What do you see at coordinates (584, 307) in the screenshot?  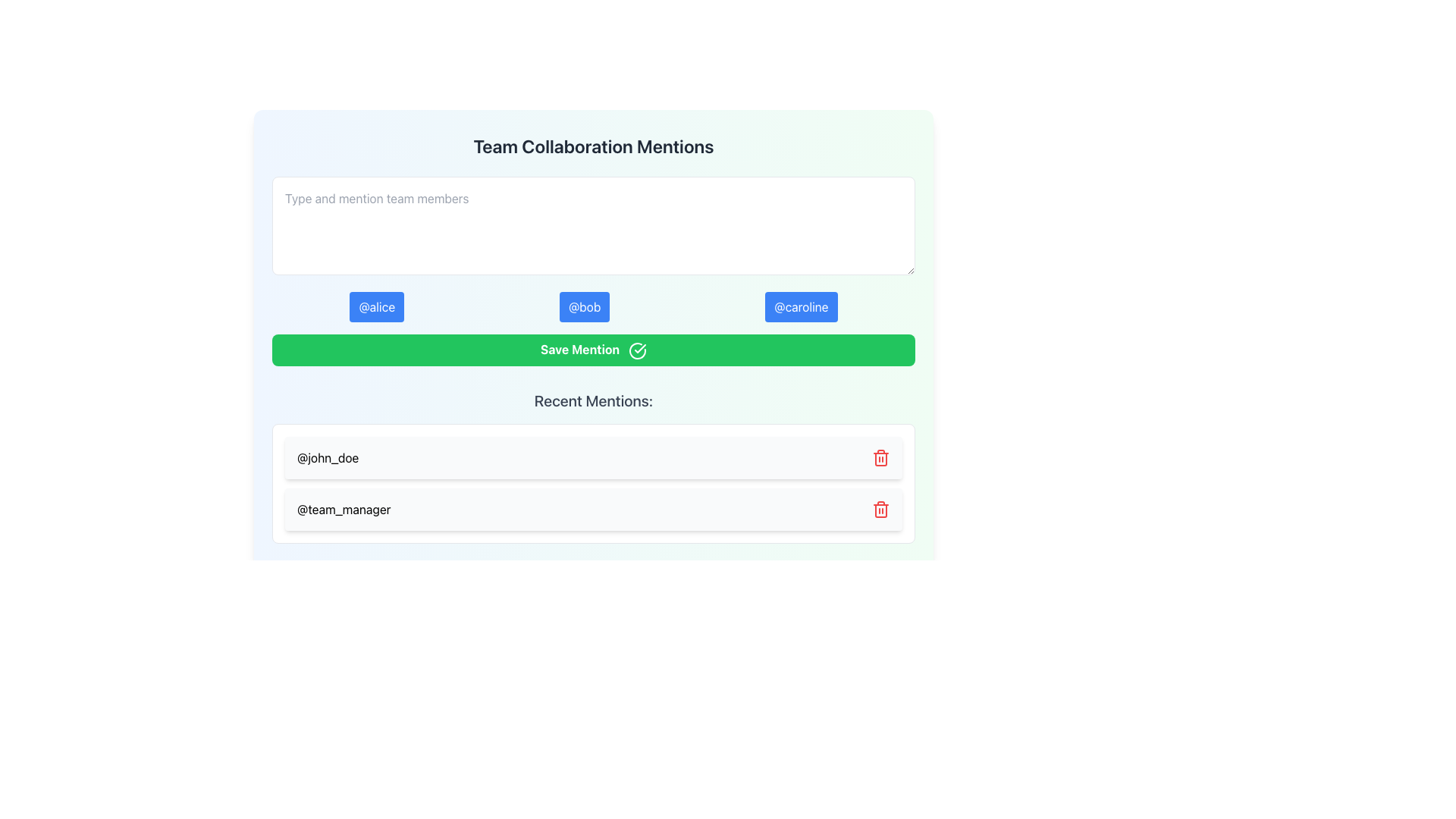 I see `the button for mentioning '@bob', which is the middle button in a group of three buttons located below a text input field and above a green 'Save Mention' button` at bounding box center [584, 307].